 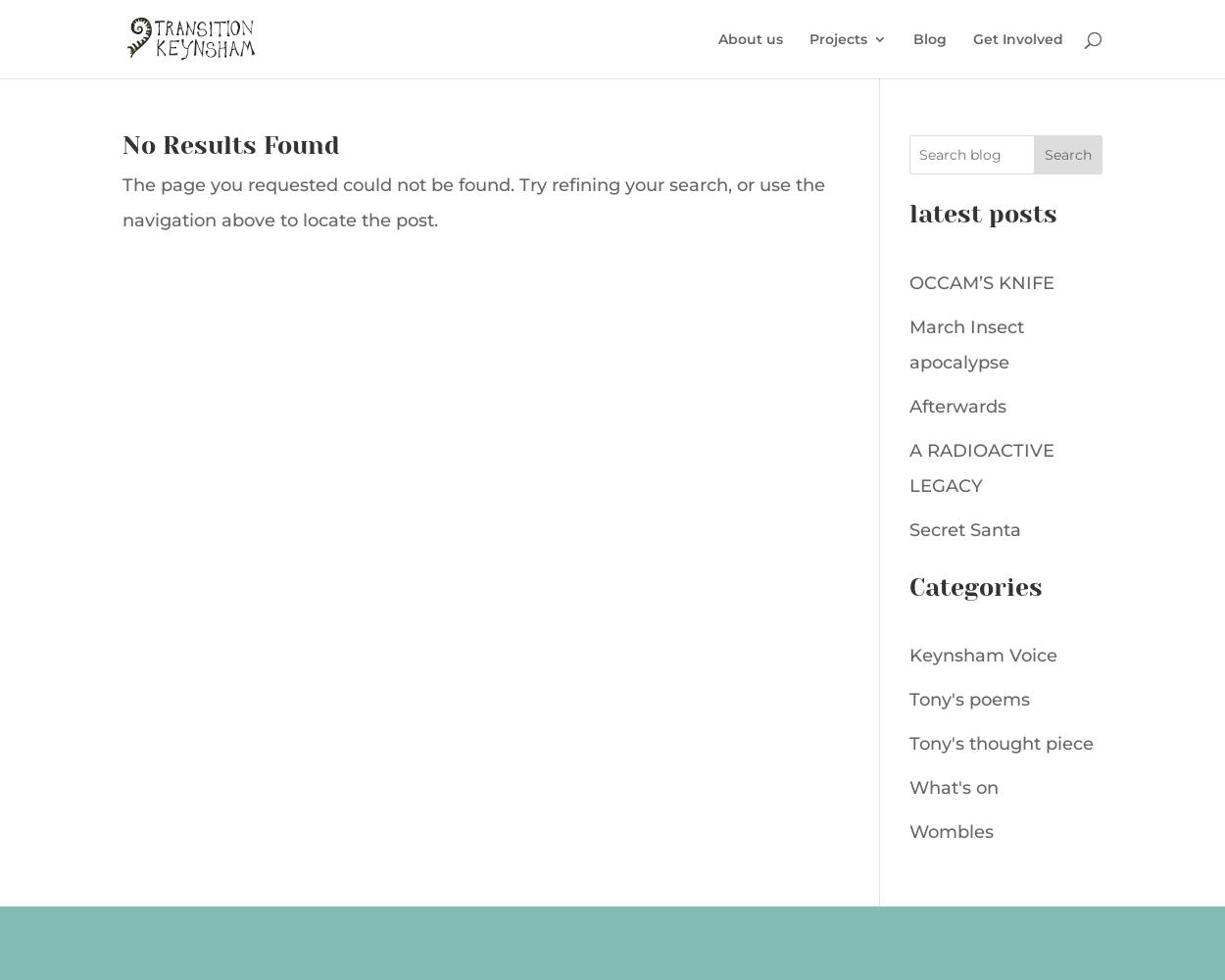 I want to click on 'Get Involved', so click(x=1018, y=39).